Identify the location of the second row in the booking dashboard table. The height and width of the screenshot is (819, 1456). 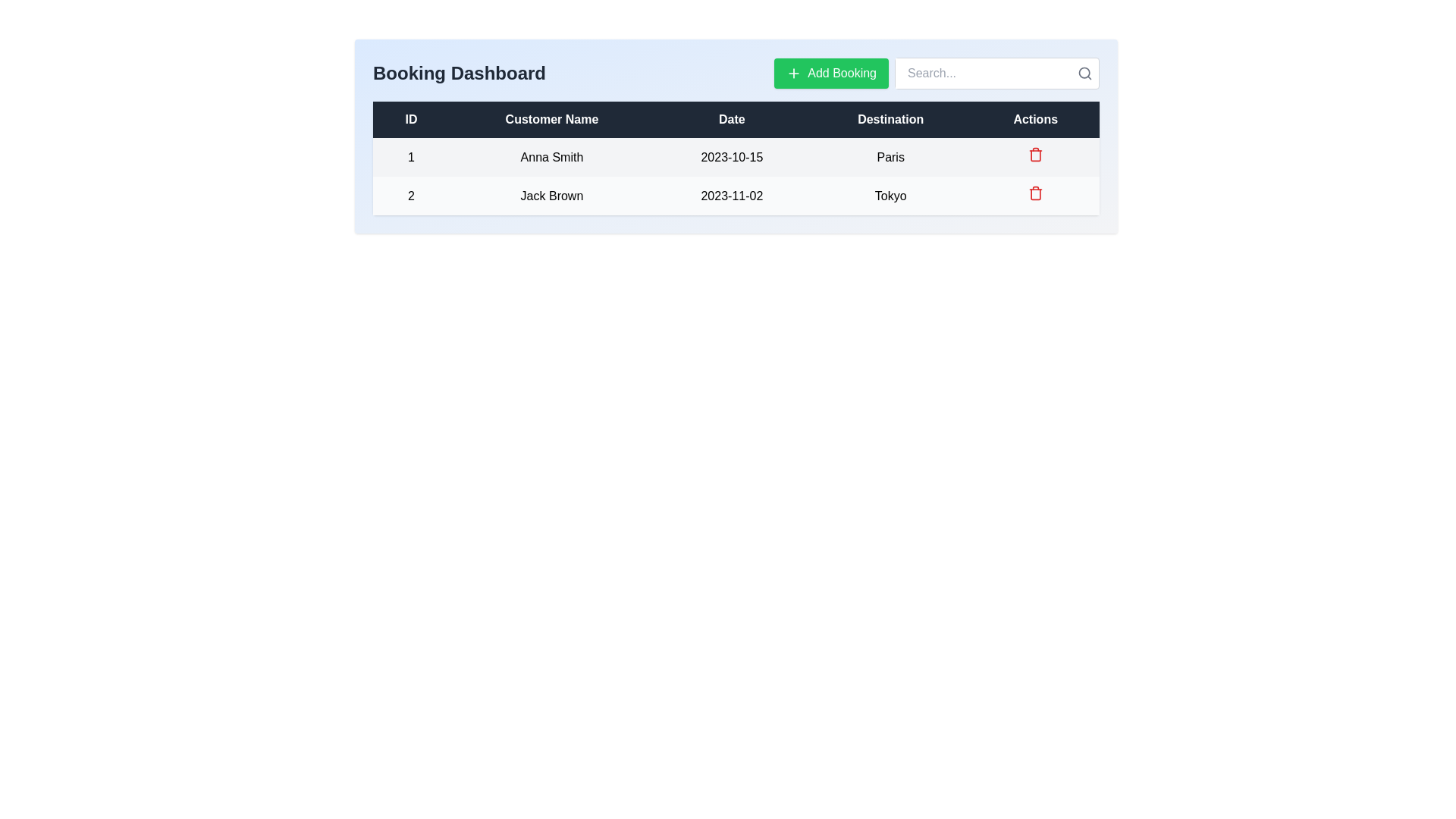
(736, 195).